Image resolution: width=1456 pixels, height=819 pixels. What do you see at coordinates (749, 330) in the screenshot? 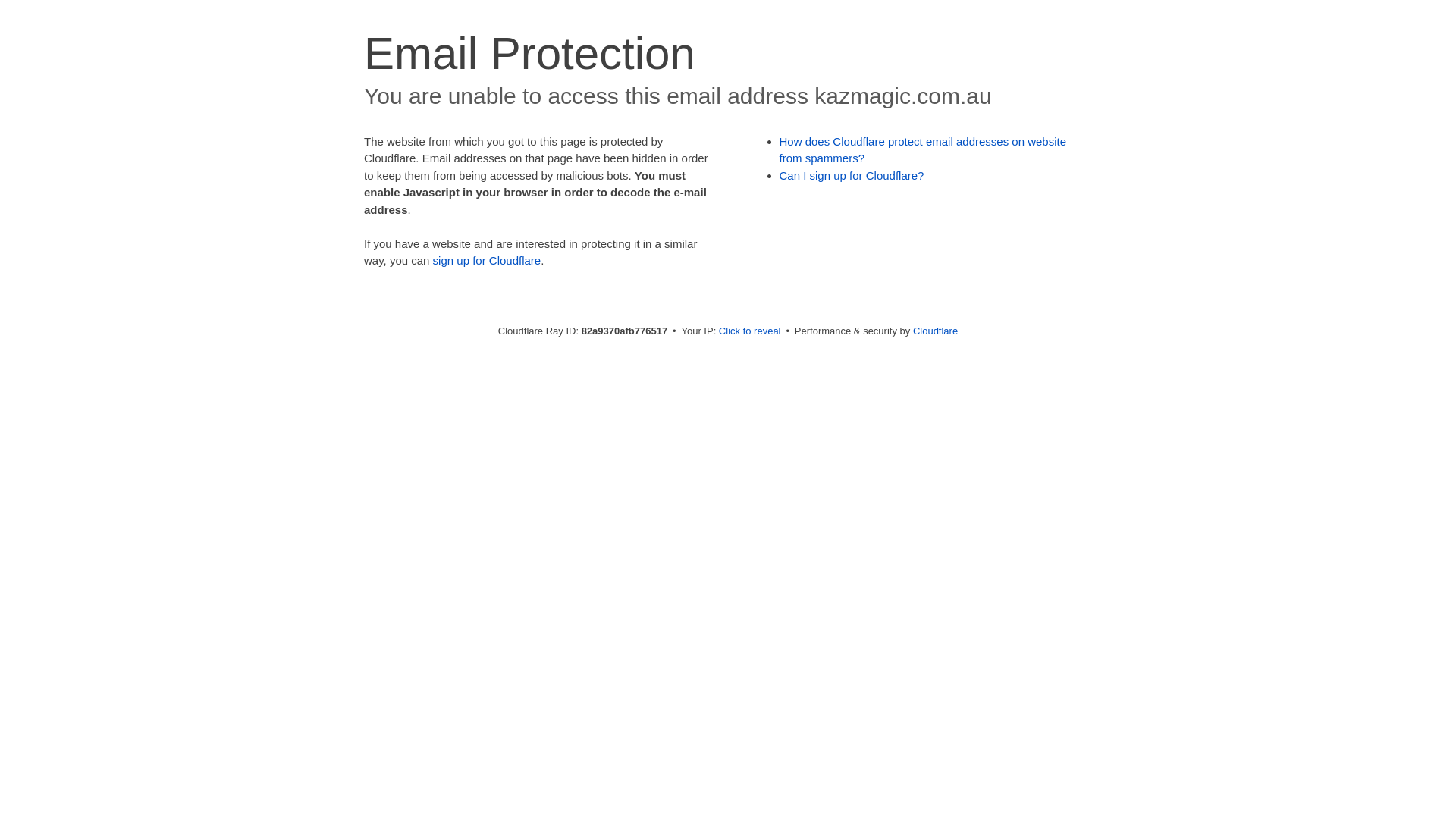
I see `'Click to reveal'` at bounding box center [749, 330].